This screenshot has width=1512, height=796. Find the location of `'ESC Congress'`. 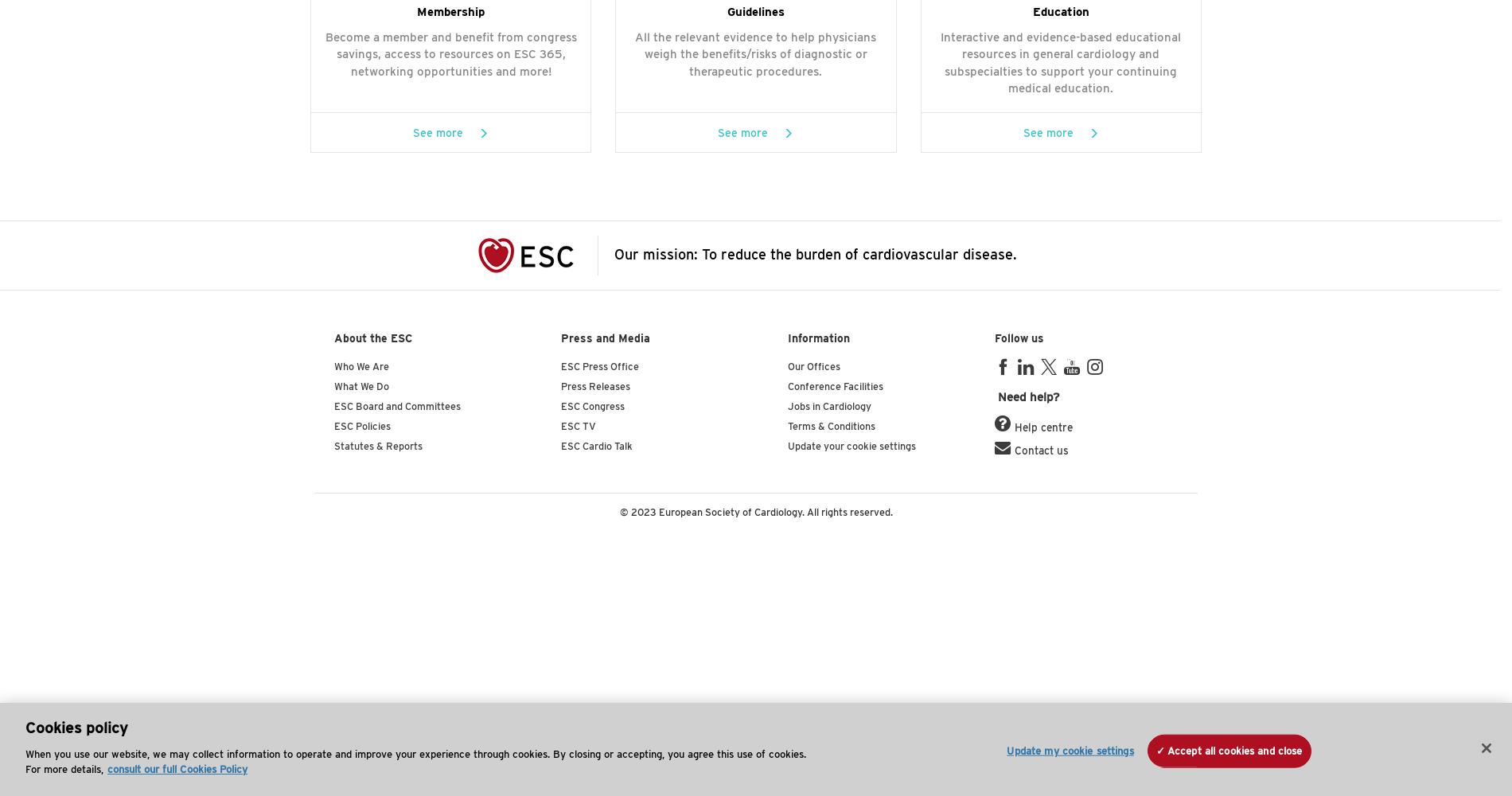

'ESC Congress' is located at coordinates (561, 406).